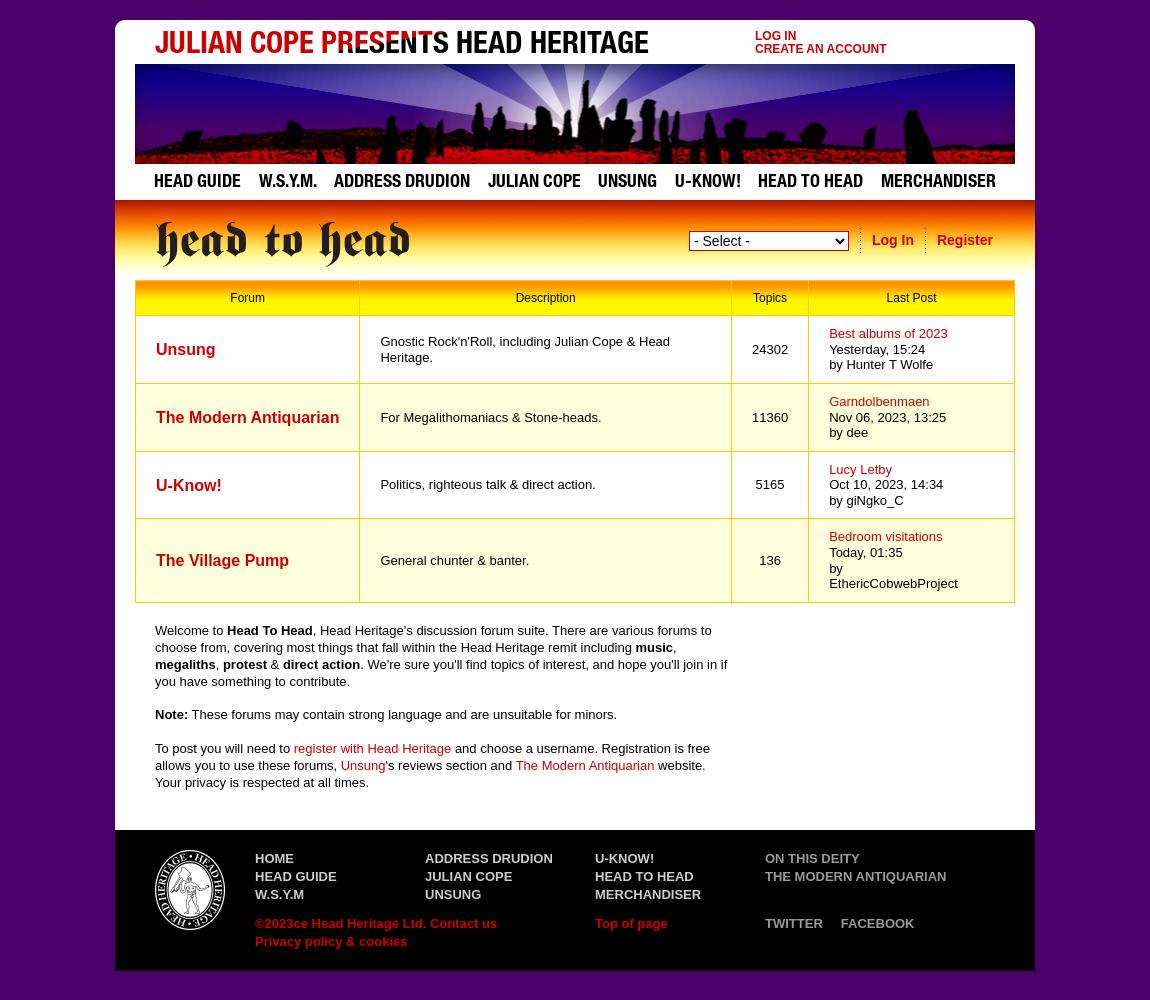  I want to click on 'by Hunter T Wolfe', so click(881, 363).